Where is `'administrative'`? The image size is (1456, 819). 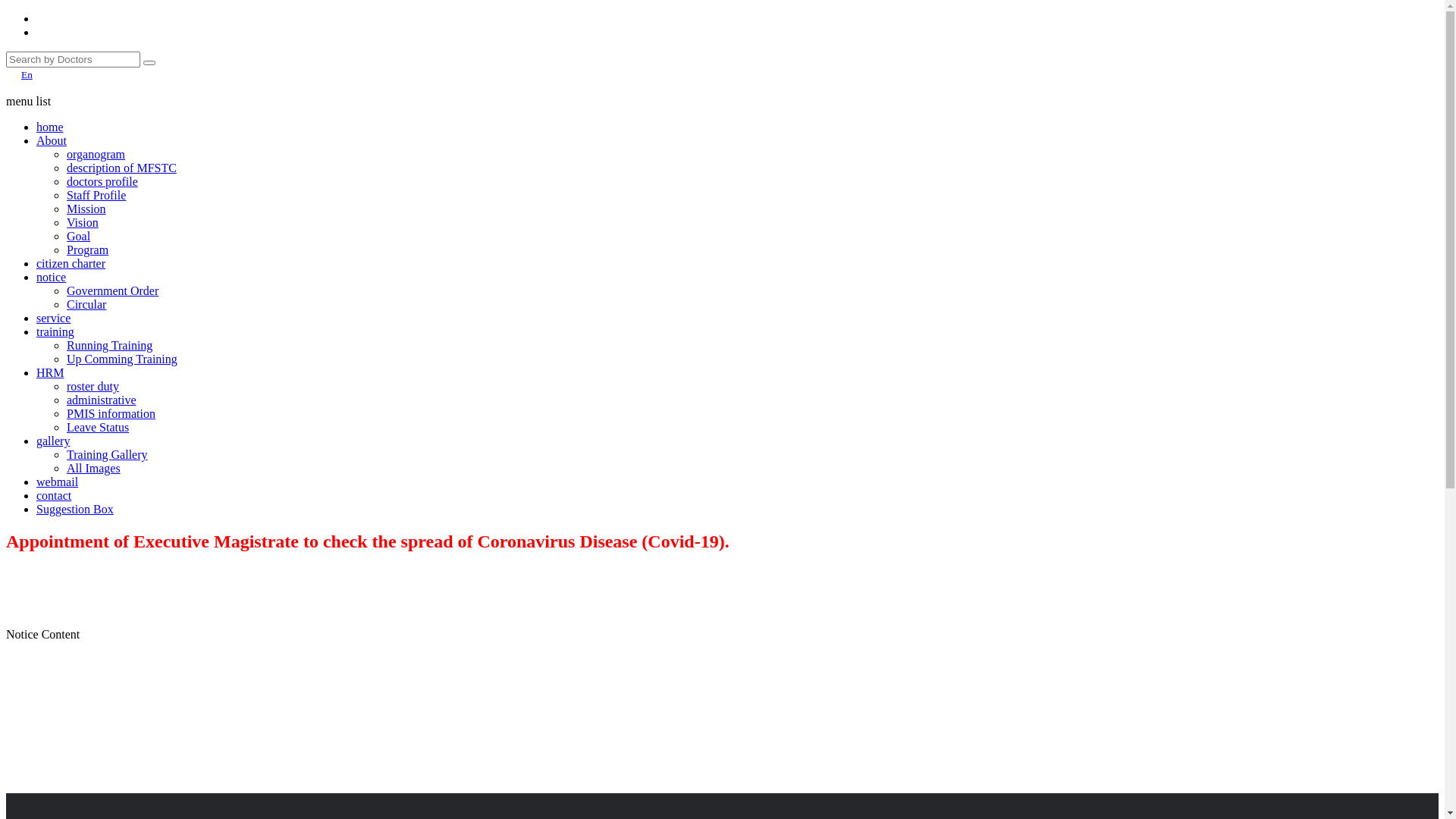
'administrative' is located at coordinates (101, 399).